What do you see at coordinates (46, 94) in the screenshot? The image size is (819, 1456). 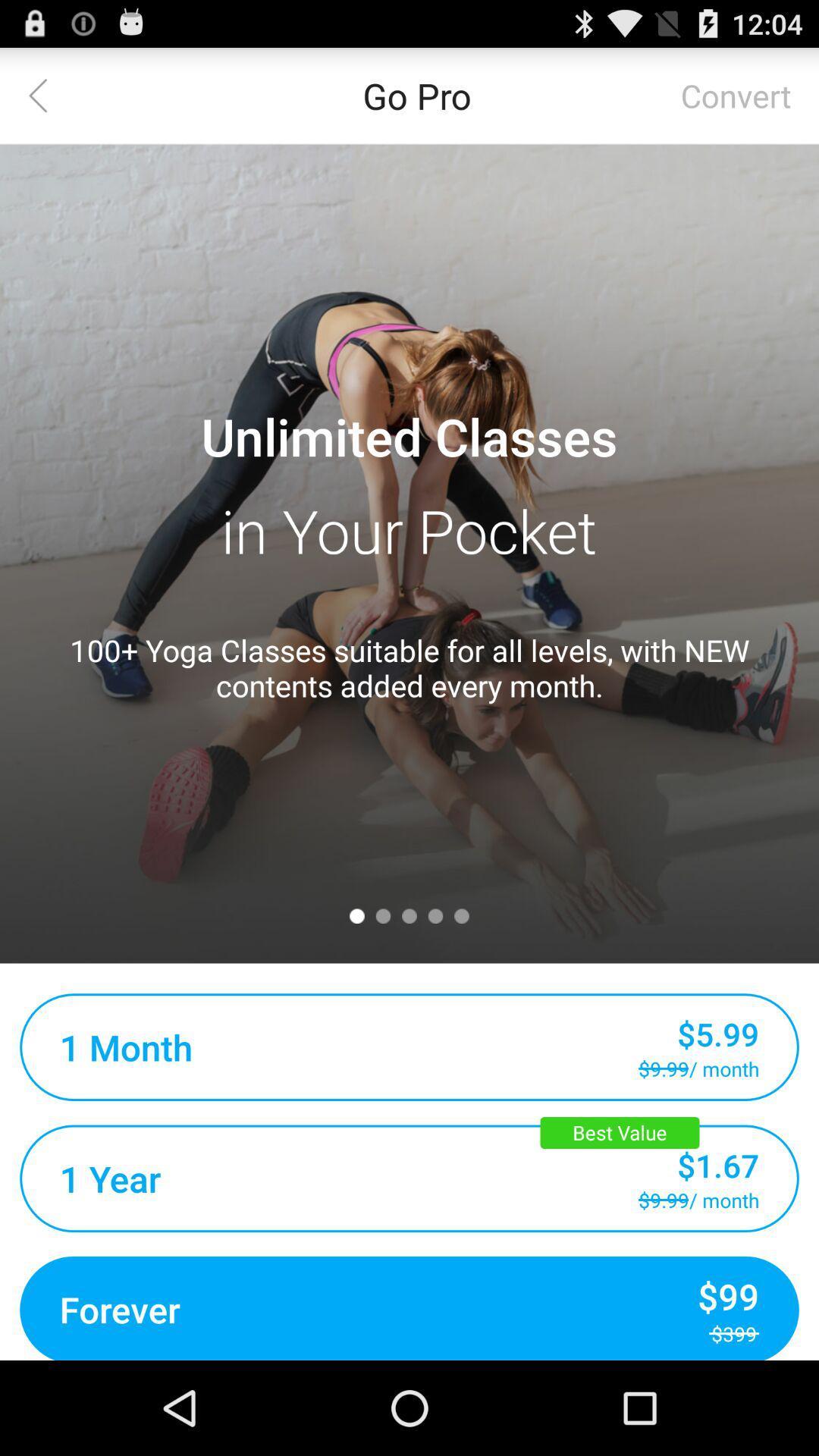 I see `item at the top left corner` at bounding box center [46, 94].